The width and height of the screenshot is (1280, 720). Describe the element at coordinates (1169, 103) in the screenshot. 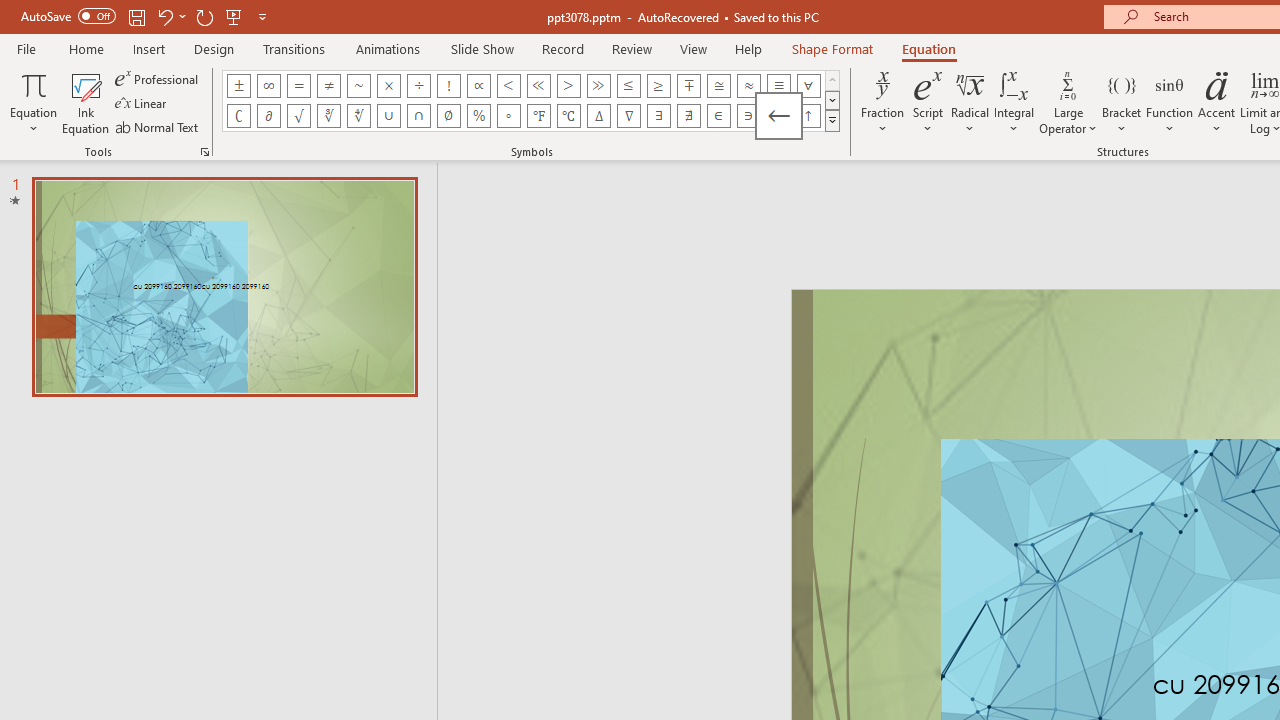

I see `'Function'` at that location.